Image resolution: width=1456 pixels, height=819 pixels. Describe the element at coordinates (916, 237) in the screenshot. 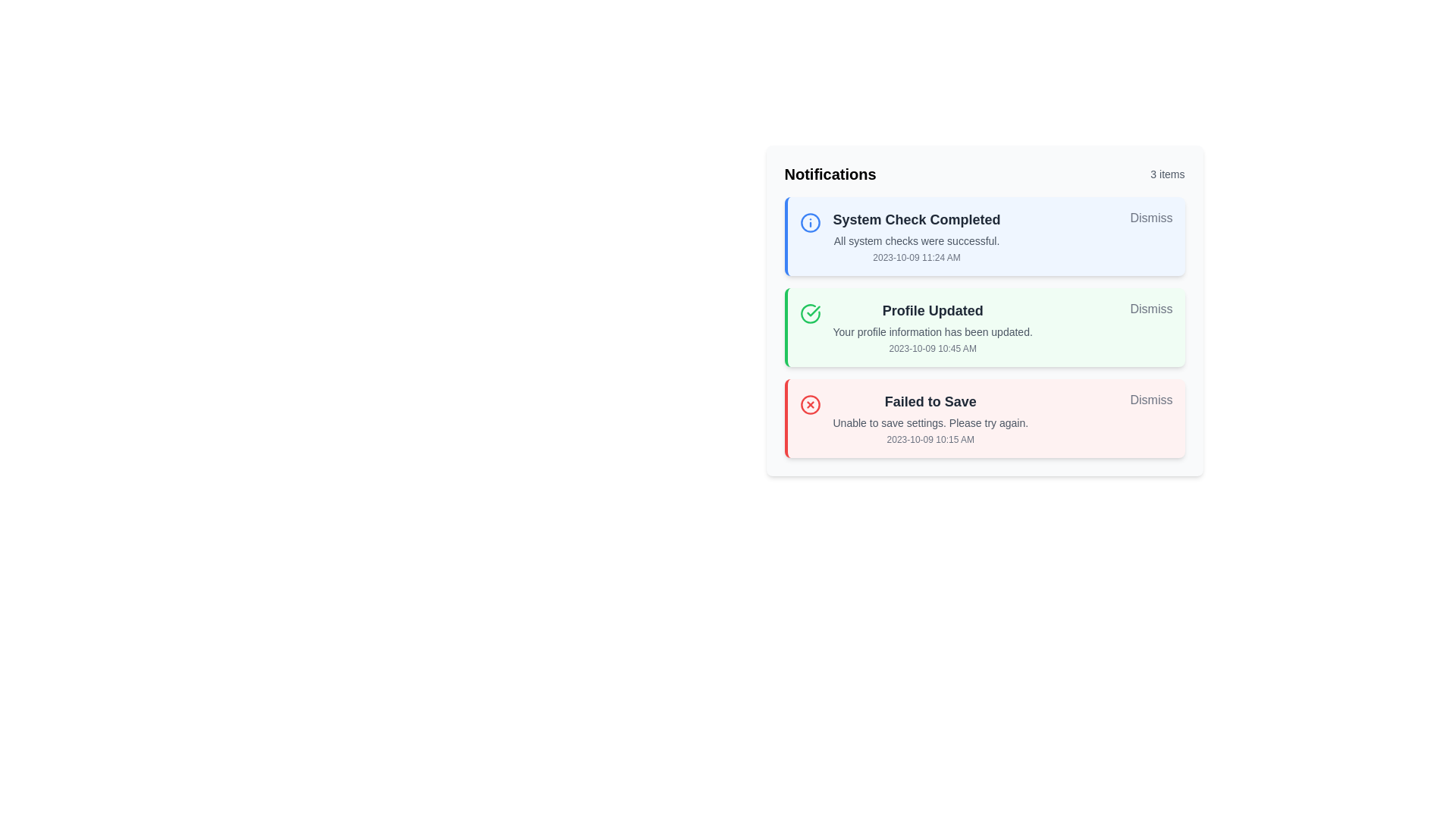

I see `information presented in the first notification entry of the notification card that indicates successful completion of a system check, which includes a title, subtitle, and timestamp` at that location.